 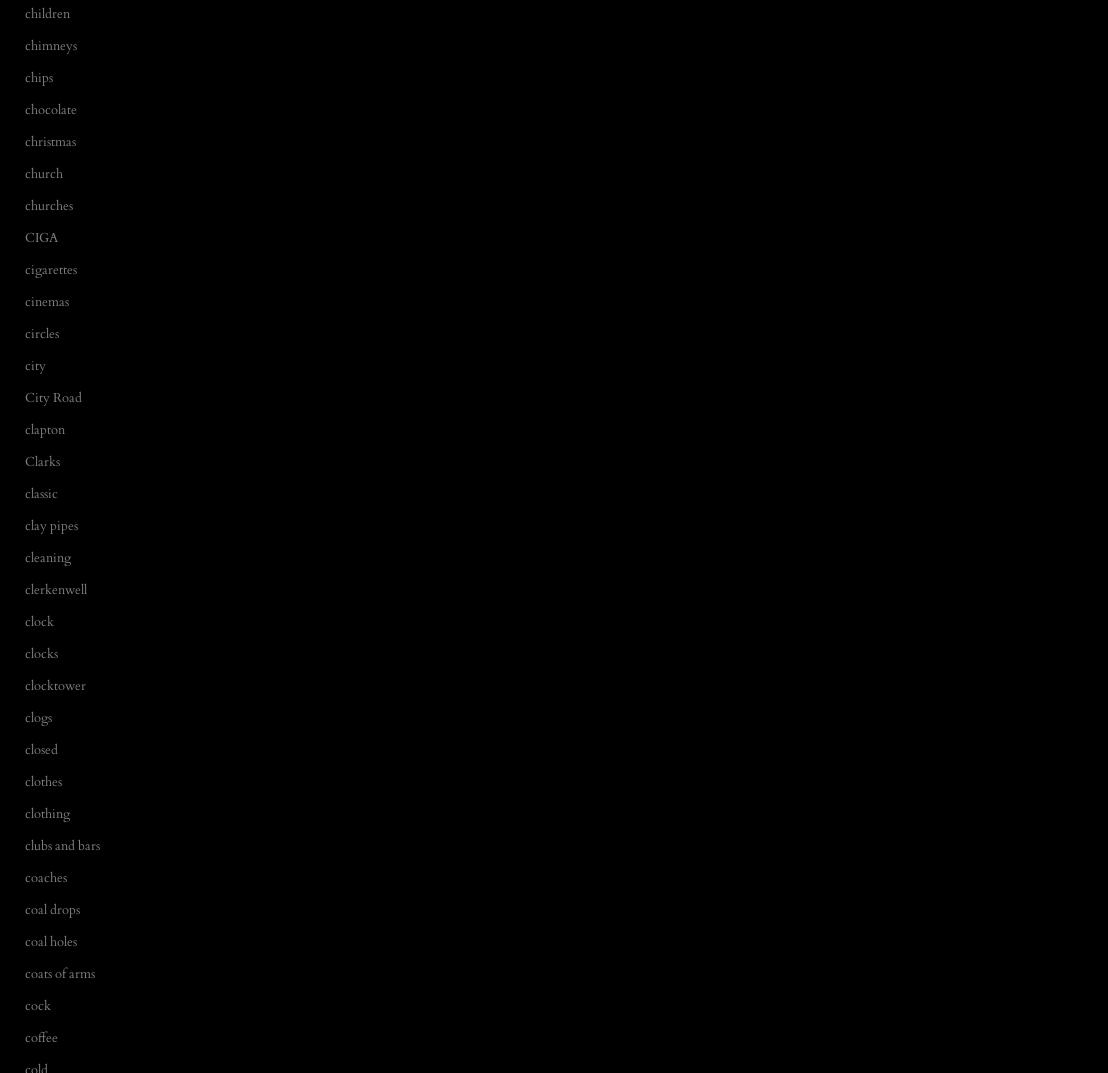 I want to click on 'cinemas', so click(x=46, y=300).